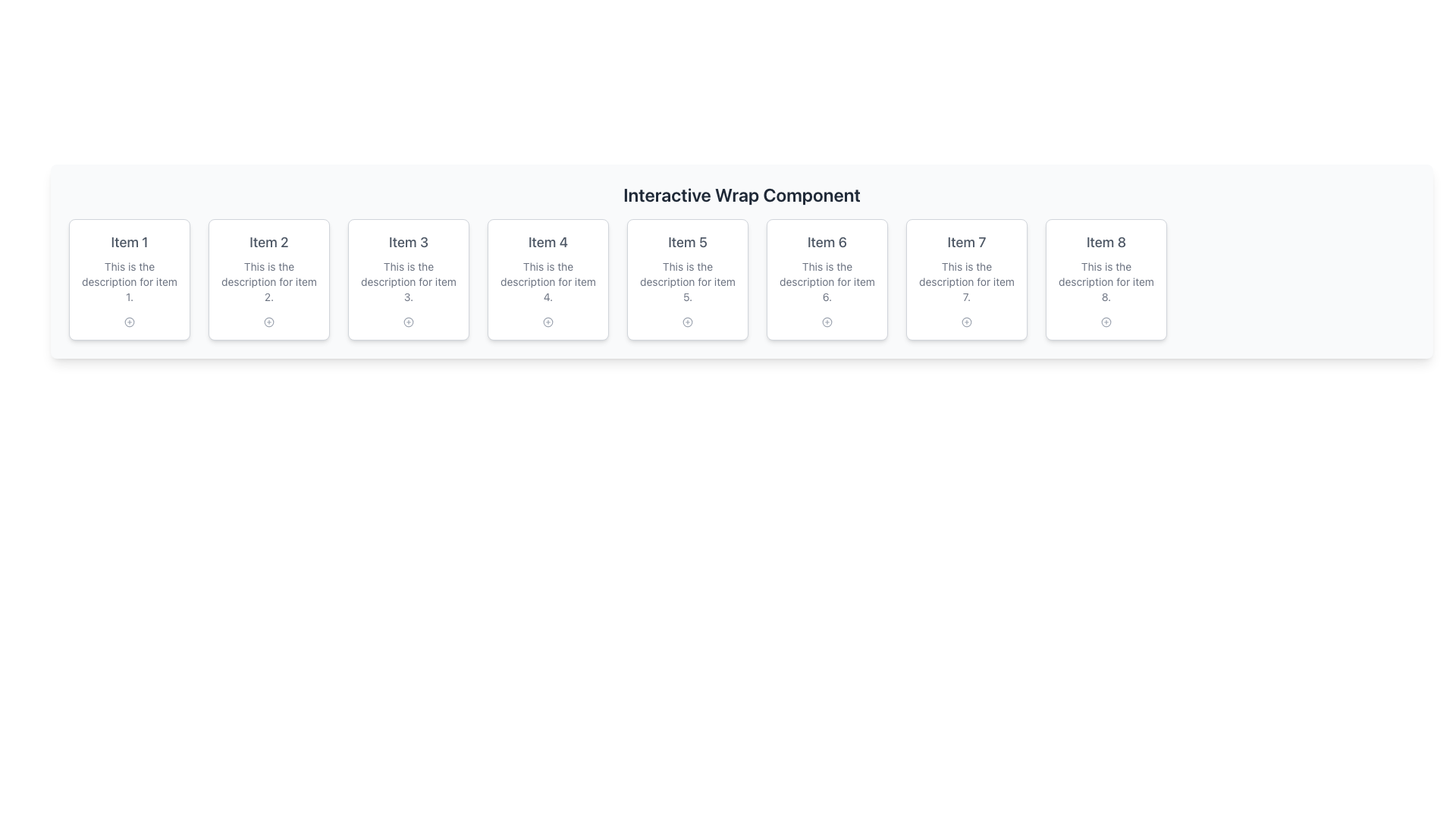  What do you see at coordinates (826, 242) in the screenshot?
I see `the Text Label that identifies the card labeled 'Item 6', positioned at the top of the card in a horizontally arranged grid` at bounding box center [826, 242].